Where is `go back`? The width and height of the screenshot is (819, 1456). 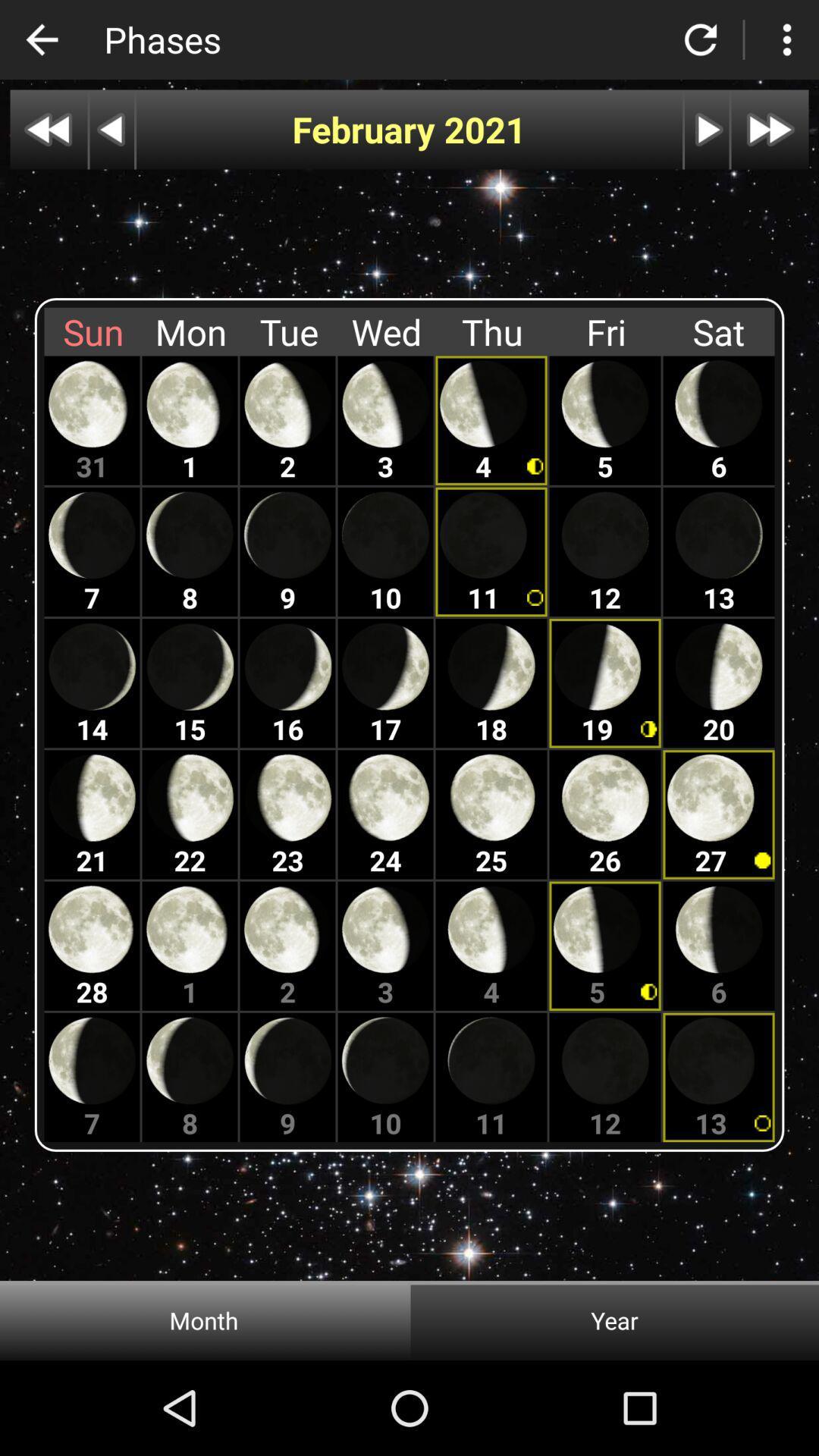 go back is located at coordinates (701, 39).